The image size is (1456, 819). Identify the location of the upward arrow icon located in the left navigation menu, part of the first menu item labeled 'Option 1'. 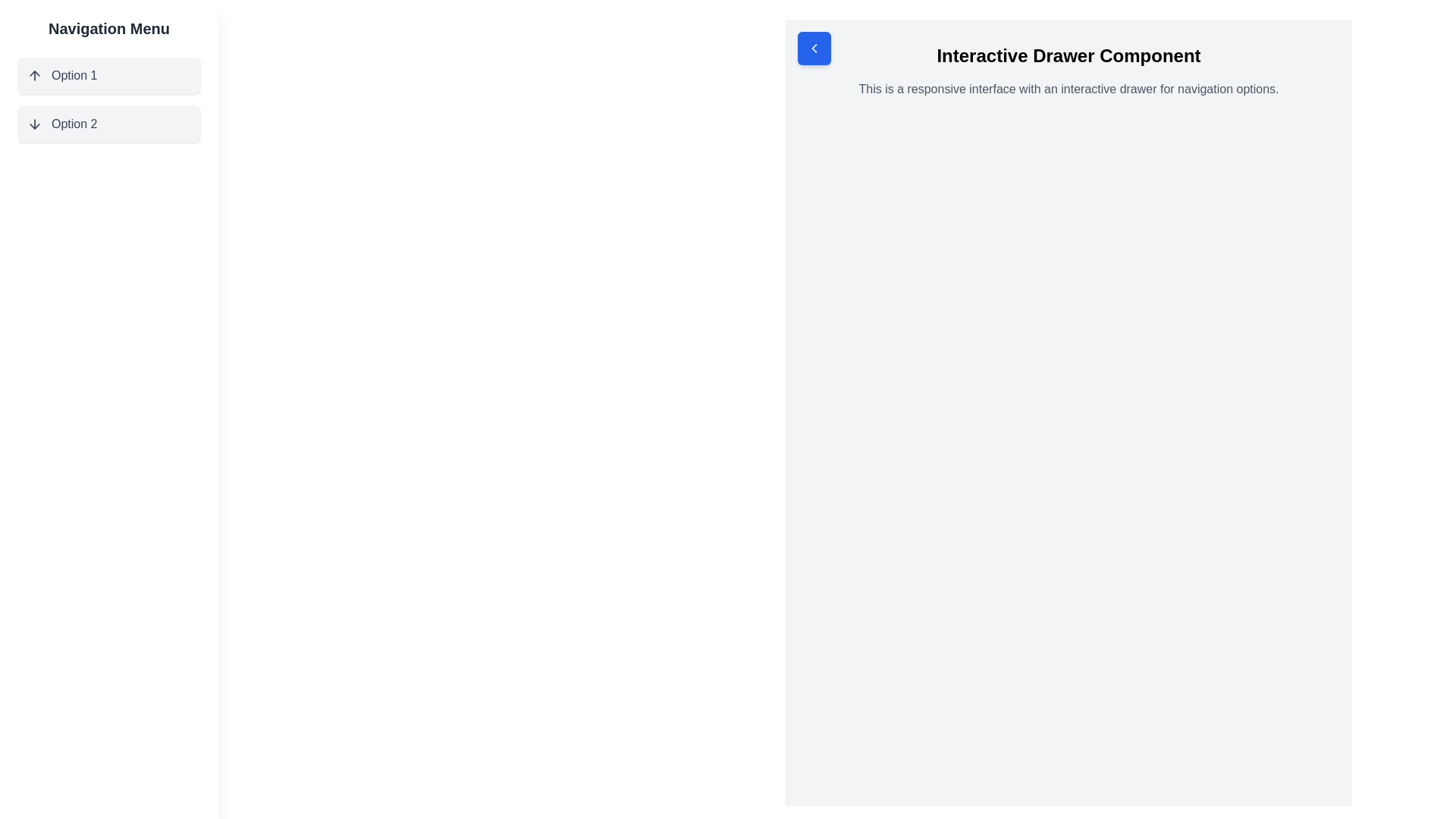
(35, 76).